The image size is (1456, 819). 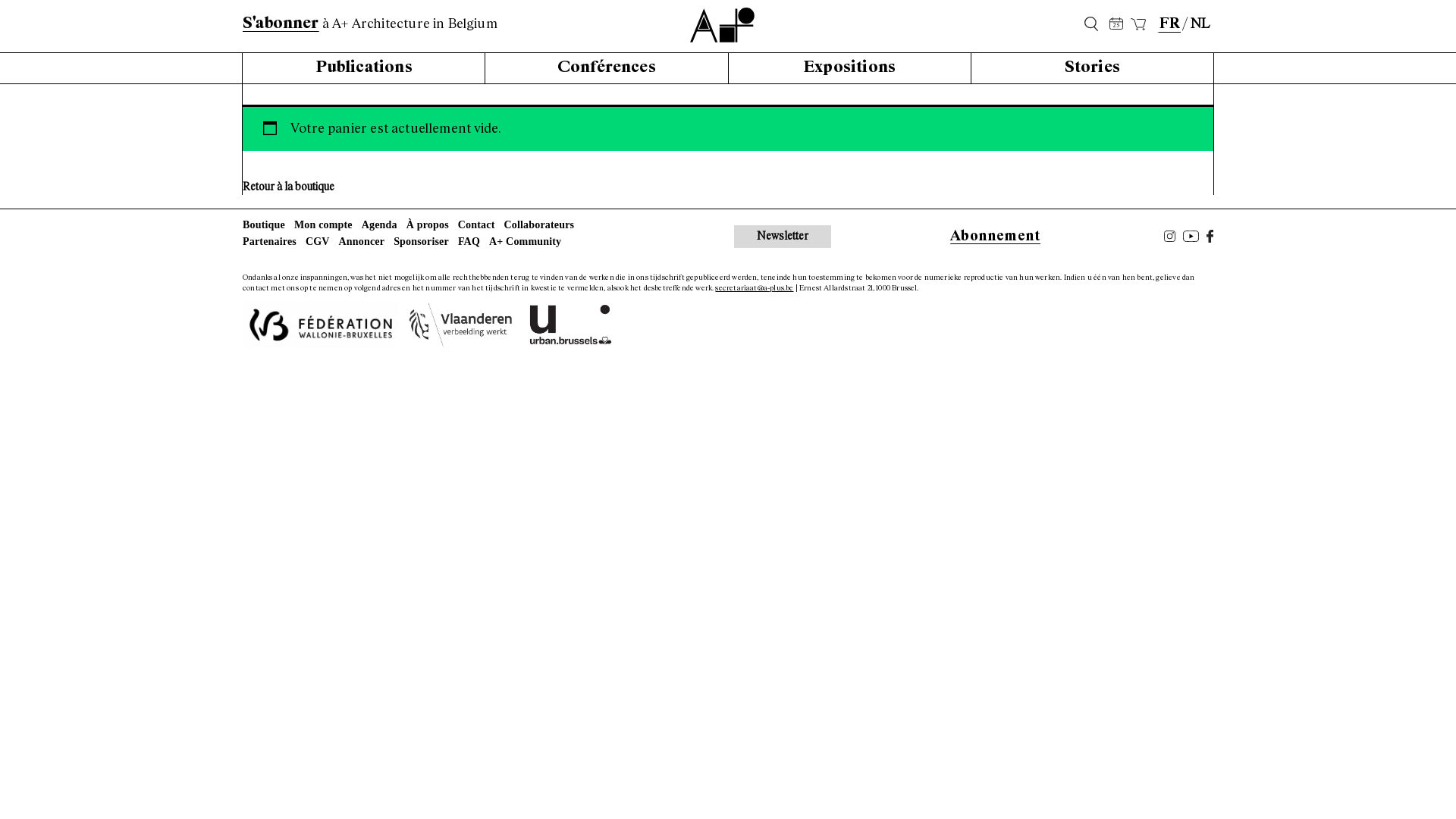 I want to click on 'Panier', so click(x=1138, y=24).